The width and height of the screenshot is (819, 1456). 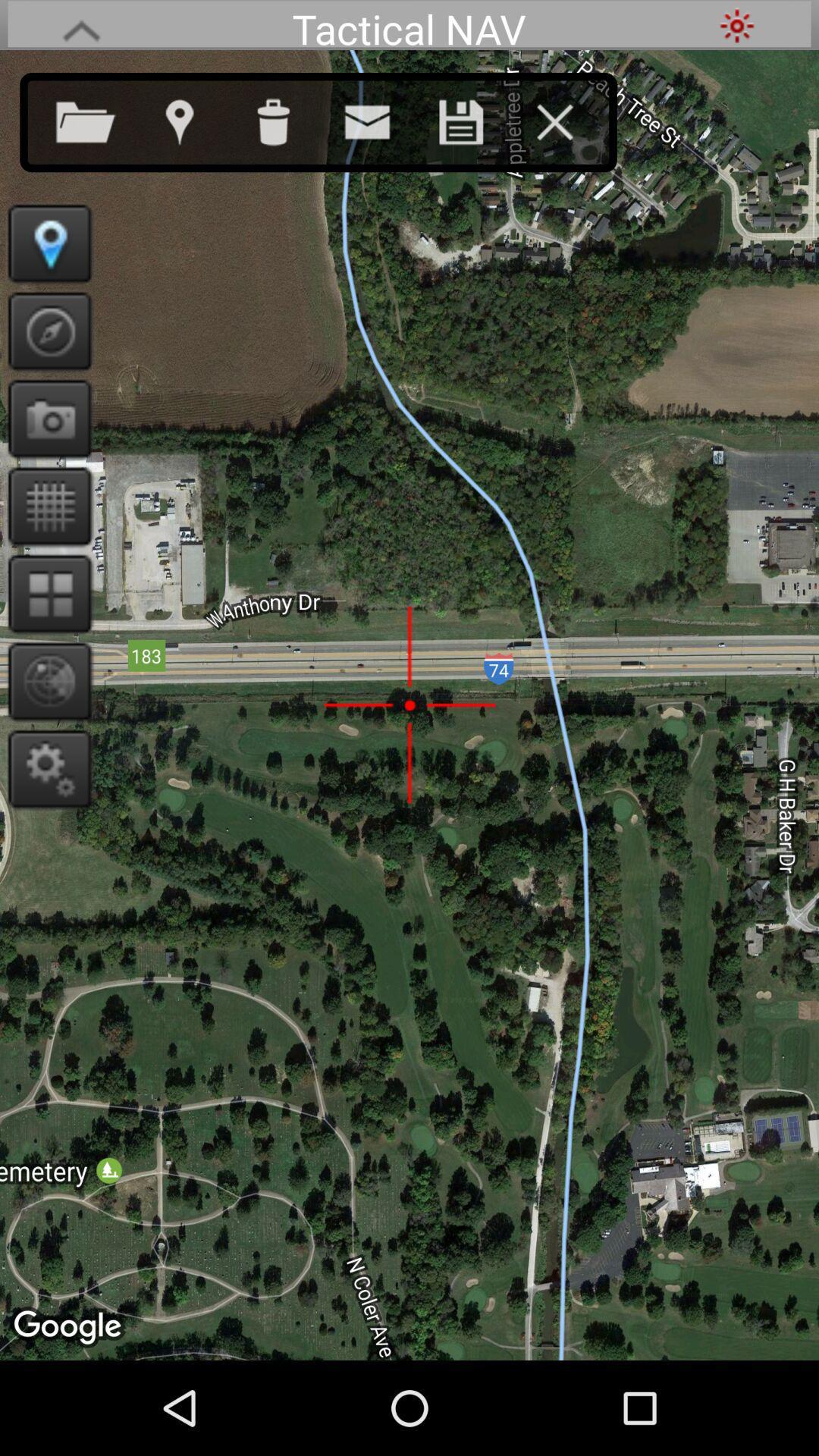 What do you see at coordinates (101, 118) in the screenshot?
I see `browse files` at bounding box center [101, 118].